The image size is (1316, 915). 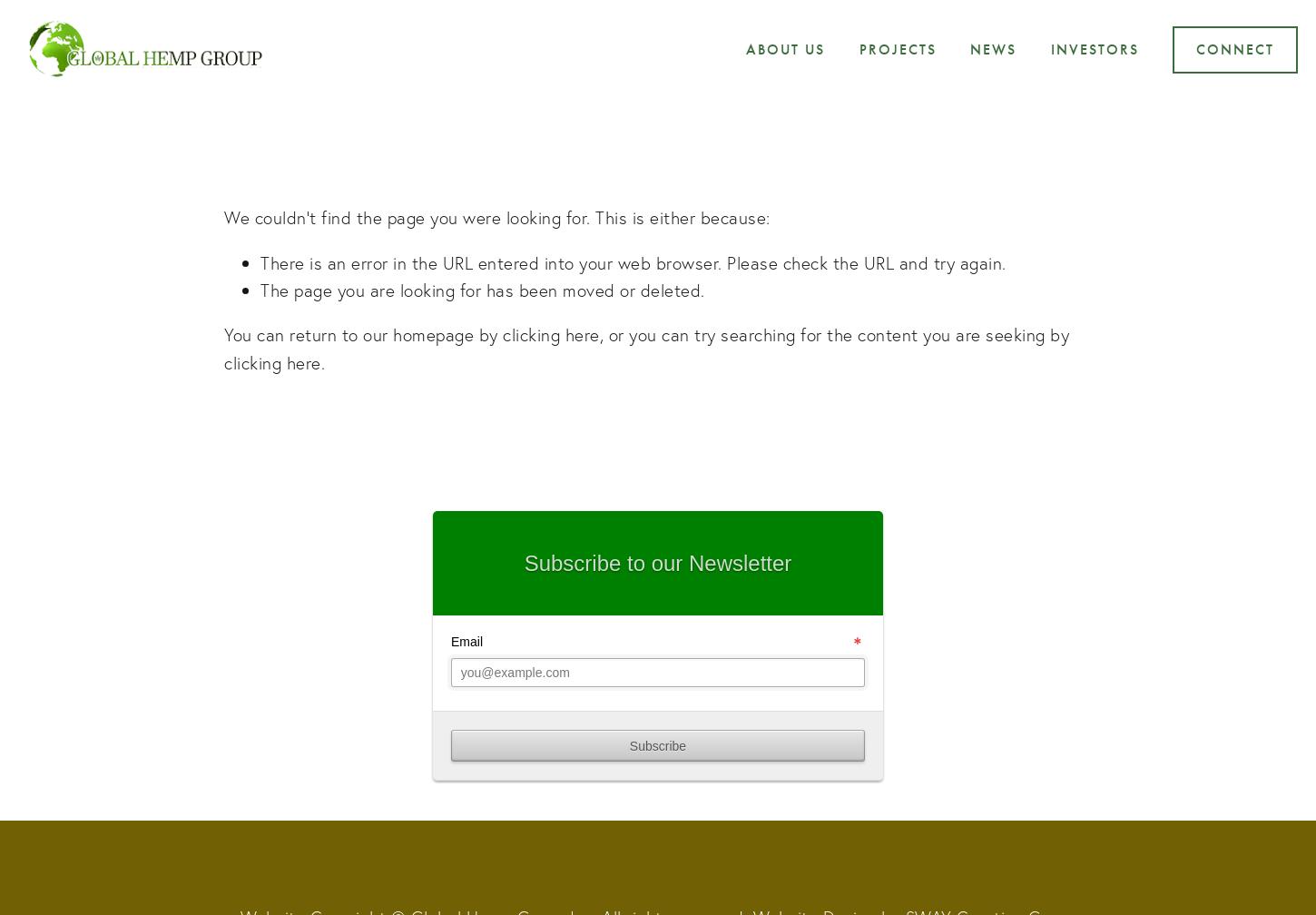 What do you see at coordinates (482, 290) in the screenshot?
I see `'The page you are looking for has been moved or deleted.'` at bounding box center [482, 290].